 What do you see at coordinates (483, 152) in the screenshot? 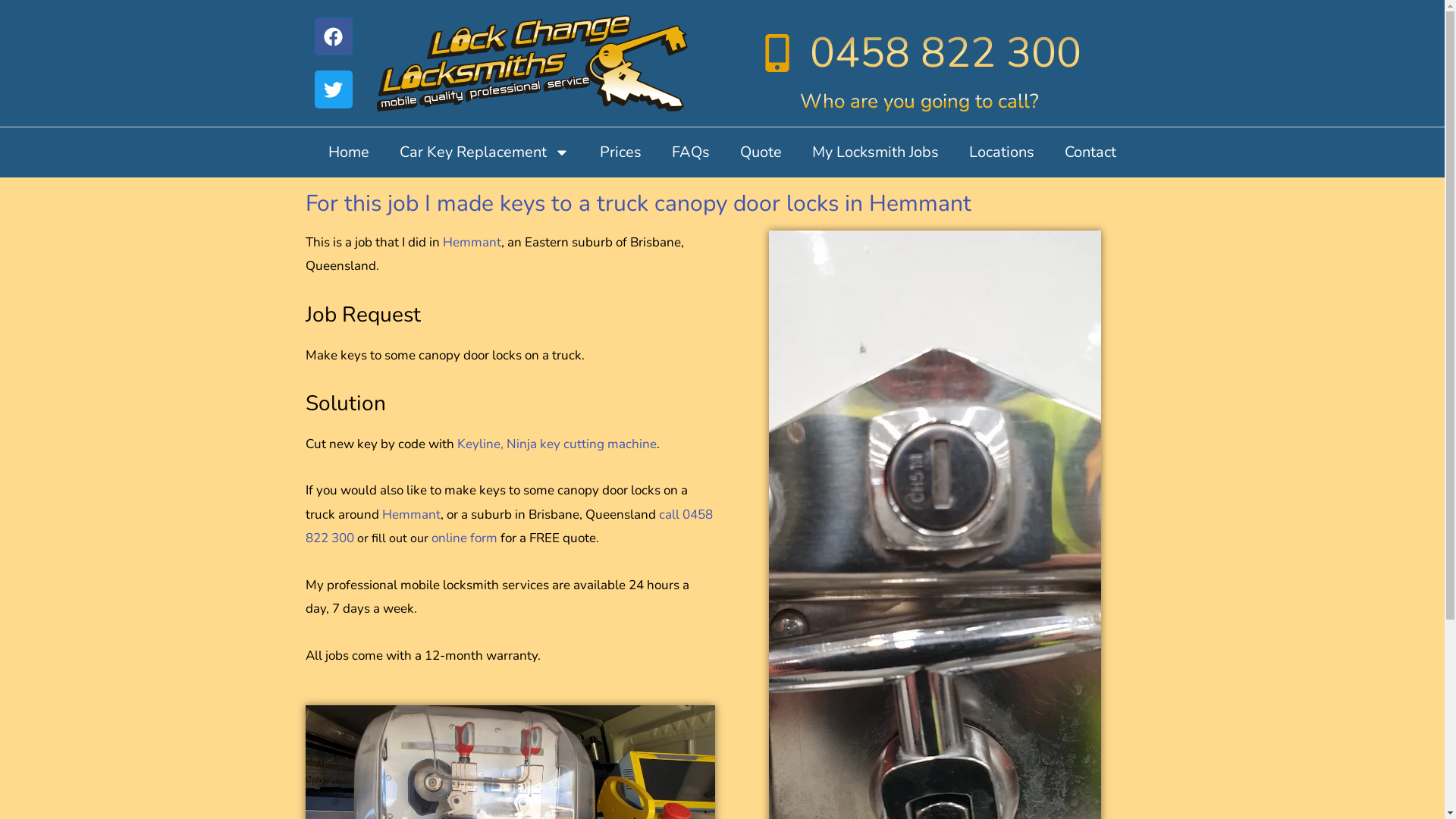
I see `'Car Key Replacement'` at bounding box center [483, 152].